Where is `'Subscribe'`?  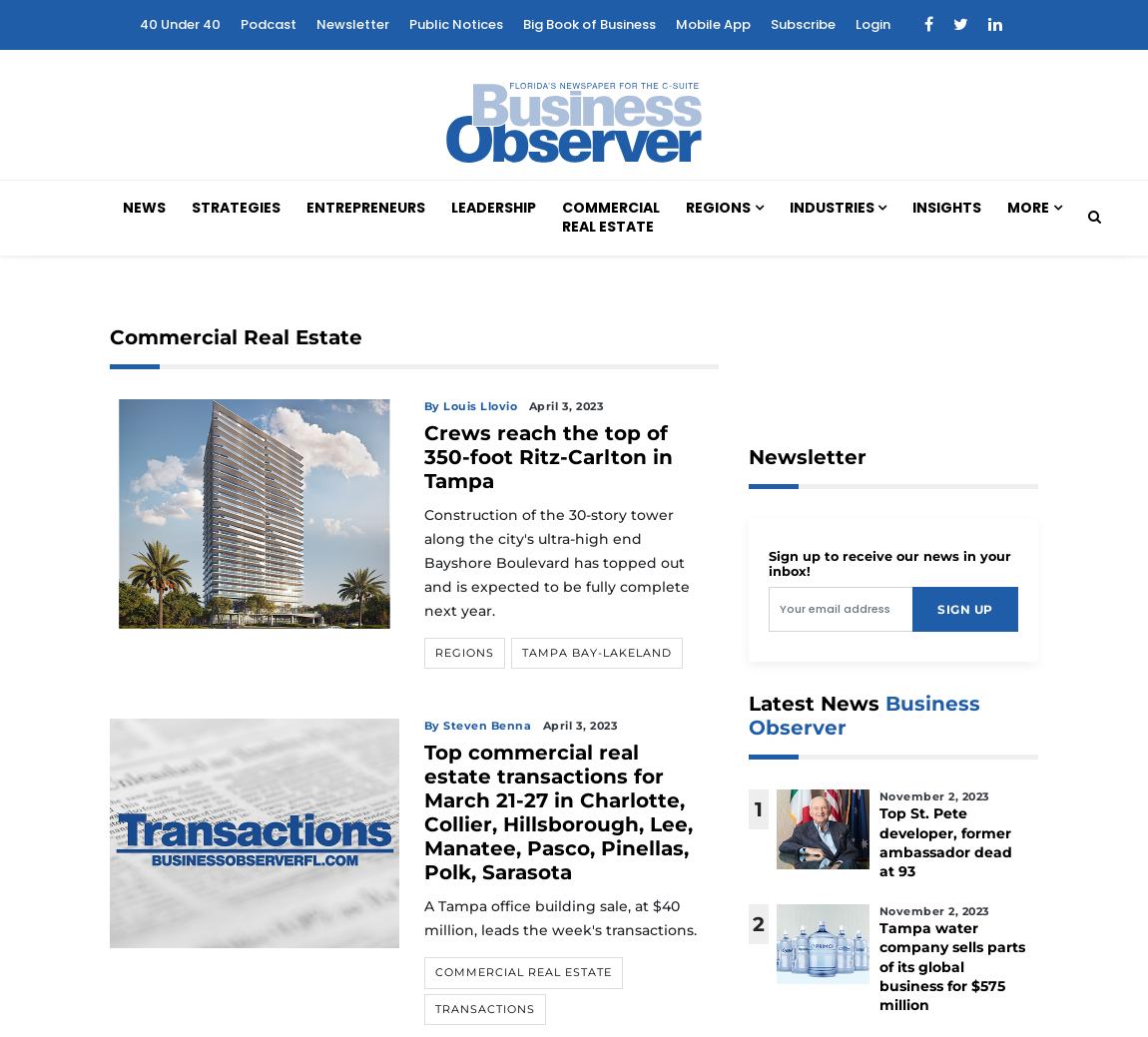
'Subscribe' is located at coordinates (769, 23).